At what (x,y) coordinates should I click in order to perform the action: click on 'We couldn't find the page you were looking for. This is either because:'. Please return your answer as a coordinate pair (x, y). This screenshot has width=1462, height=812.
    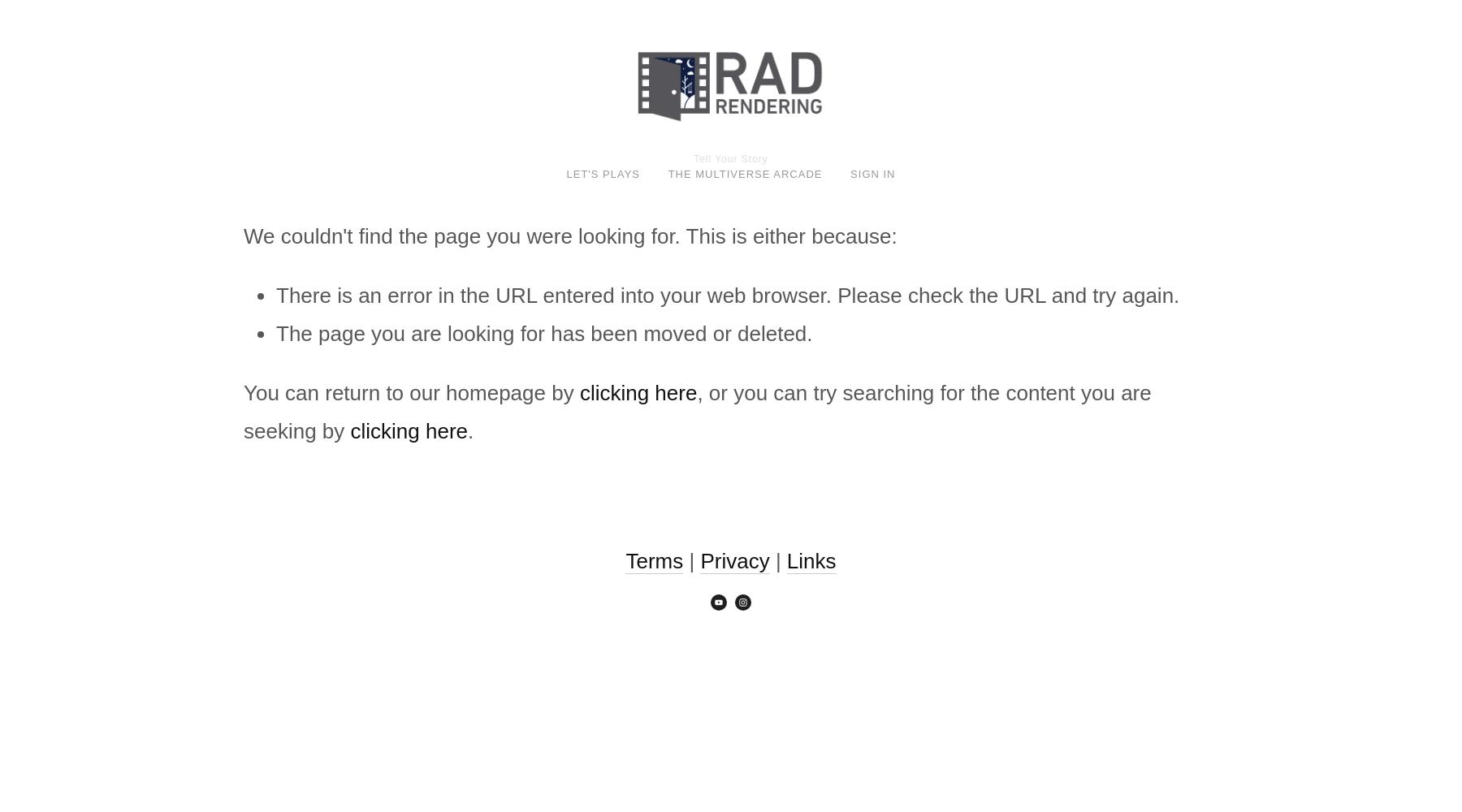
    Looking at the image, I should click on (569, 236).